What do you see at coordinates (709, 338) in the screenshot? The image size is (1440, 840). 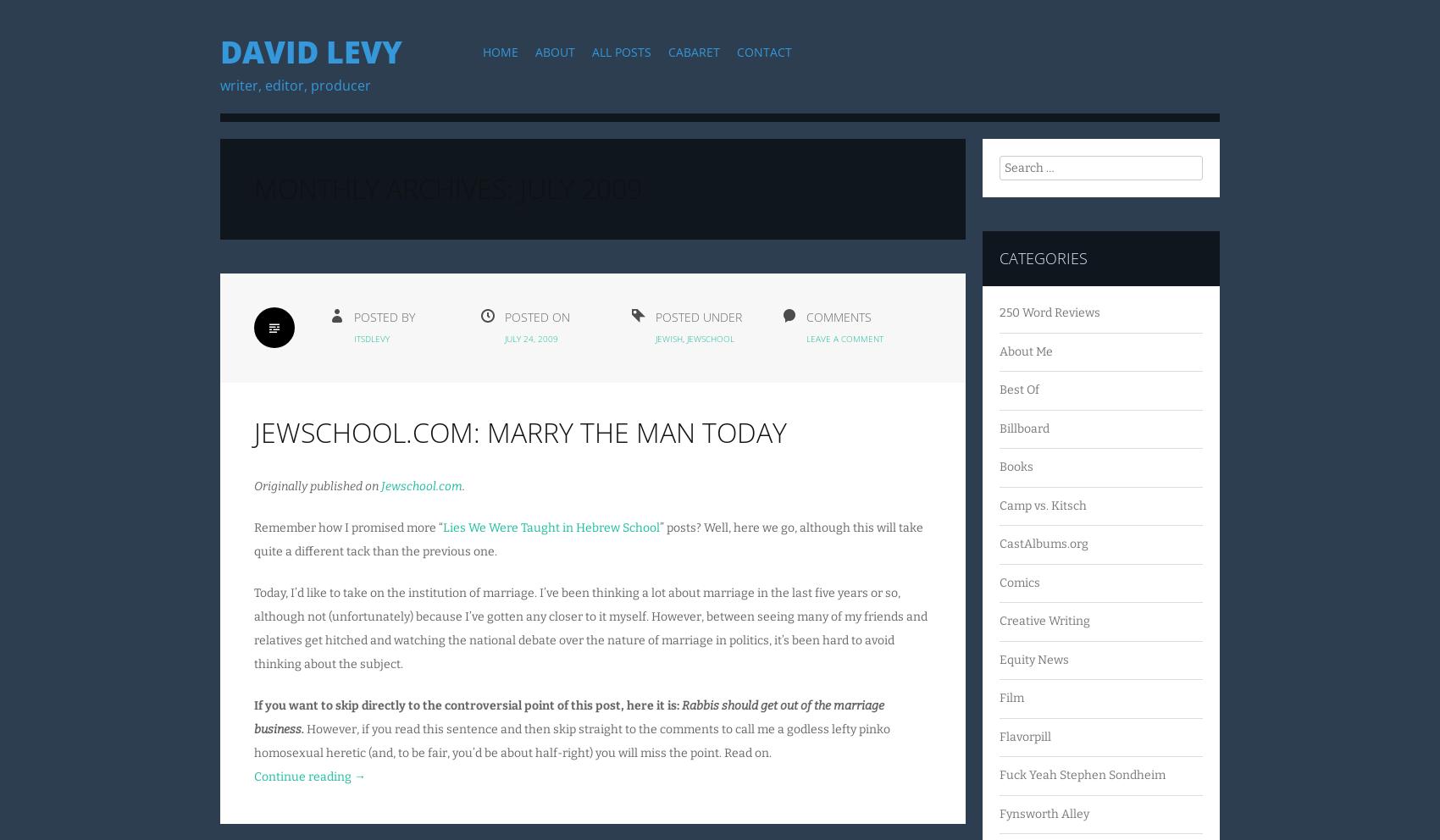 I see `'Jewschool'` at bounding box center [709, 338].